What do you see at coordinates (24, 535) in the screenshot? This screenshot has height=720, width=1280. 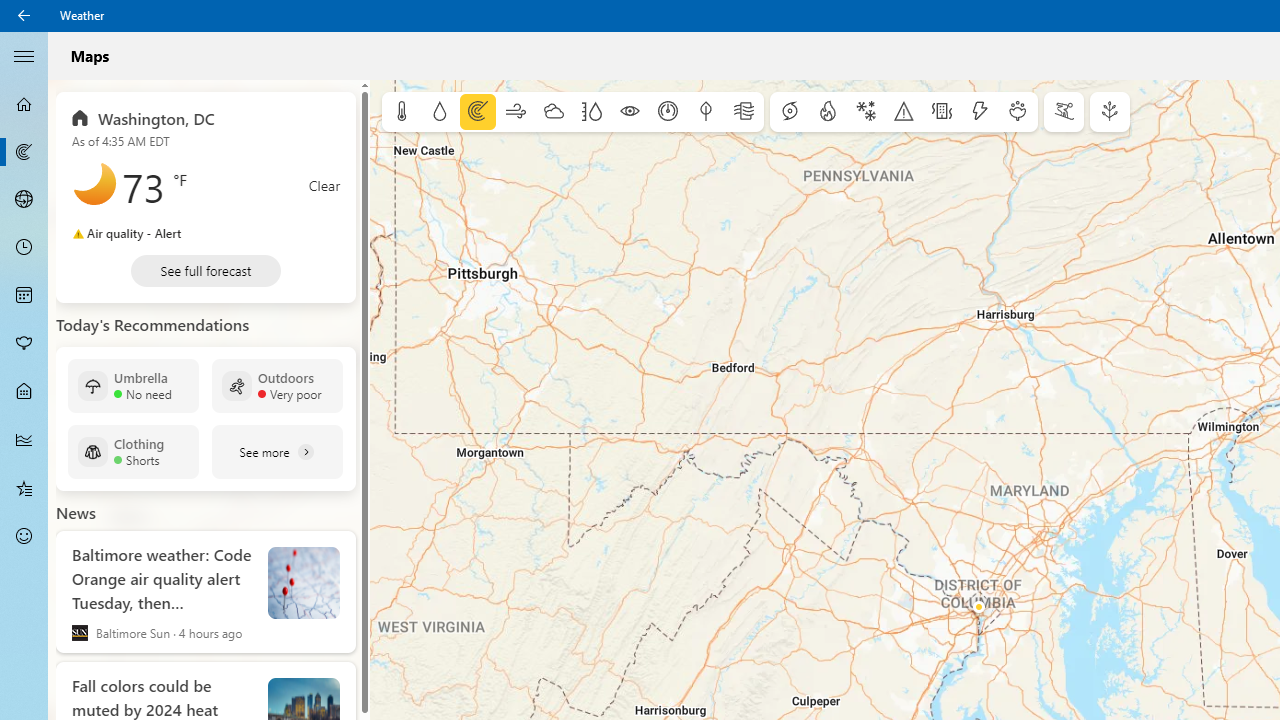 I see `'Send Feedback - Not Selected'` at bounding box center [24, 535].